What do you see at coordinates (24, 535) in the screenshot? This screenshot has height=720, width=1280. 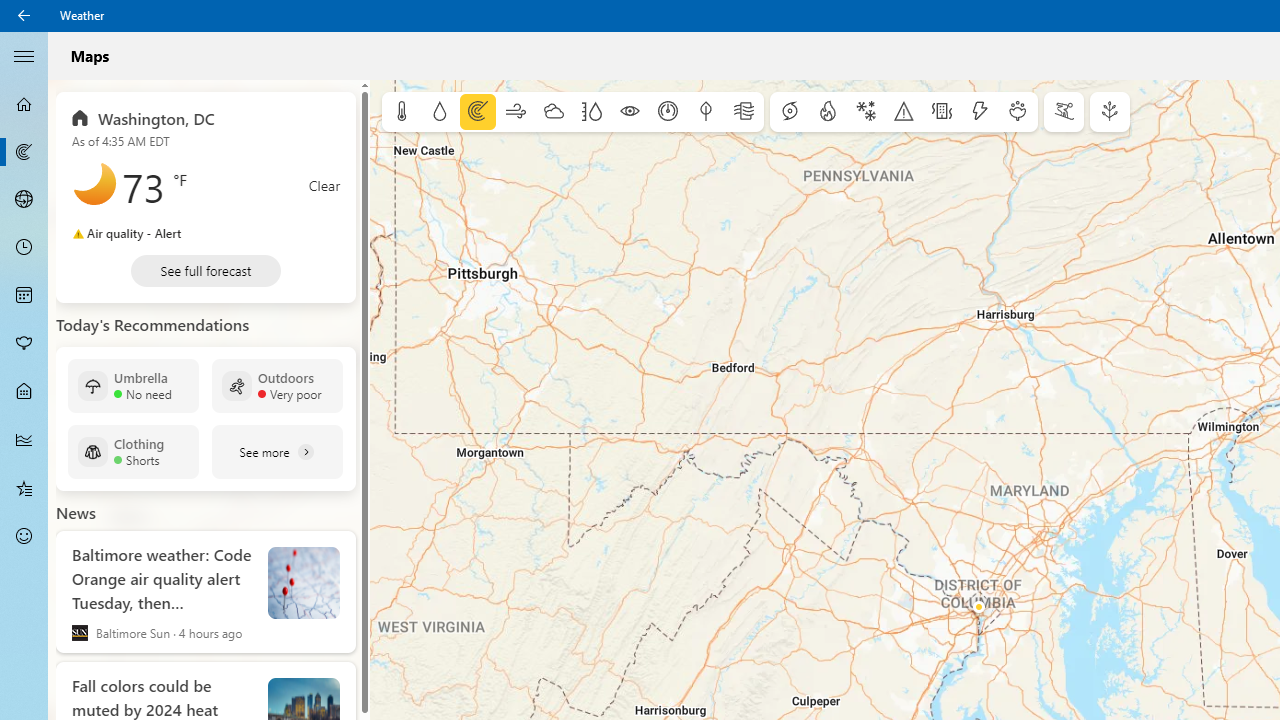 I see `'Send Feedback - Not Selected'` at bounding box center [24, 535].